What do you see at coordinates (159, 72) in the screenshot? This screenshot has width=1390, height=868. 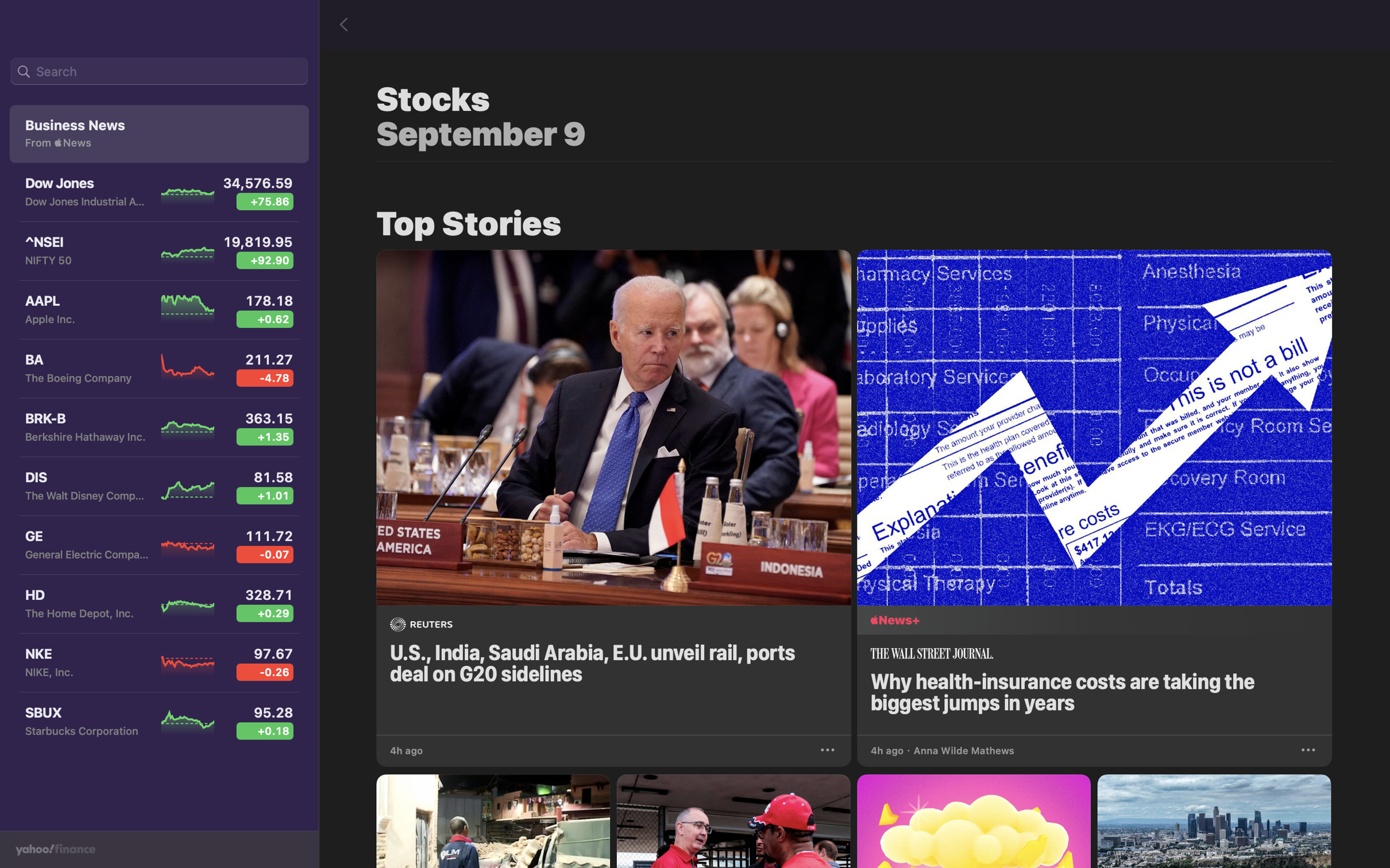 I see `Search for the "Berkshire Hathway" stock in the bar on top left` at bounding box center [159, 72].